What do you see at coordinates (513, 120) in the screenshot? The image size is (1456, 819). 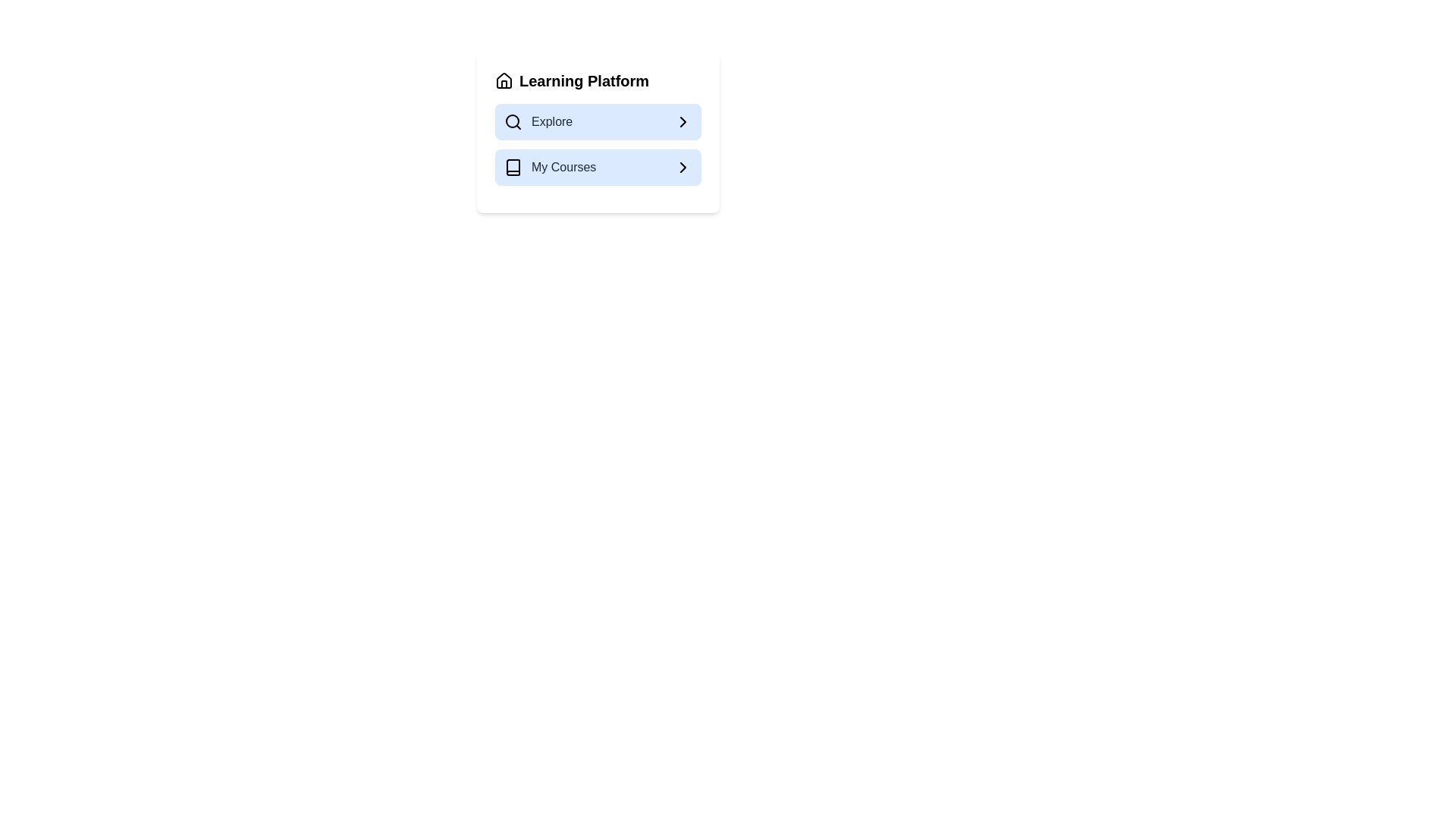 I see `the circular SVG element representing the lens of the magnifying glass icon located beside the 'Explore' label to inspect its structure` at bounding box center [513, 120].